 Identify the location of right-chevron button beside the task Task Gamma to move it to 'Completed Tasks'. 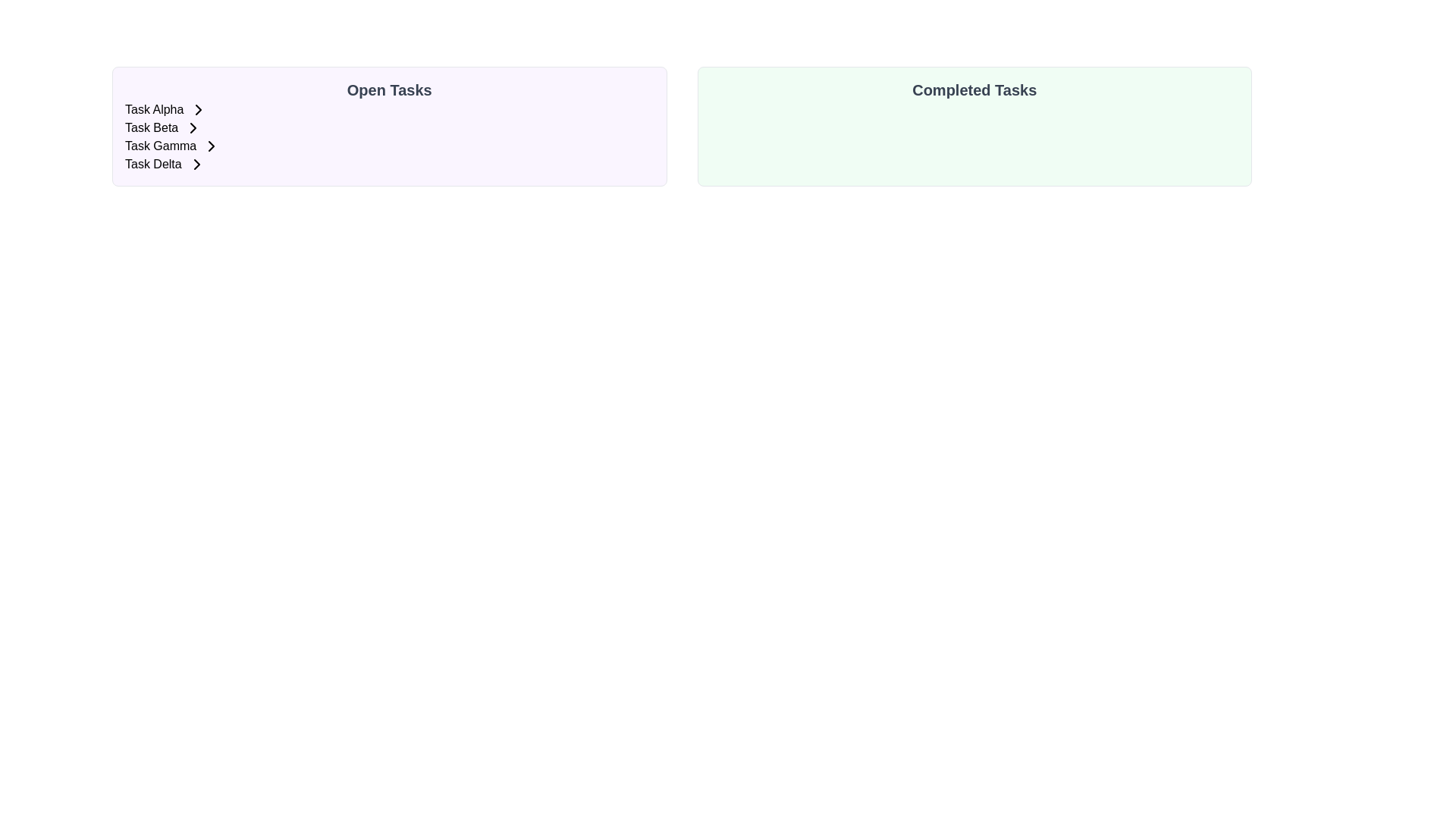
(210, 146).